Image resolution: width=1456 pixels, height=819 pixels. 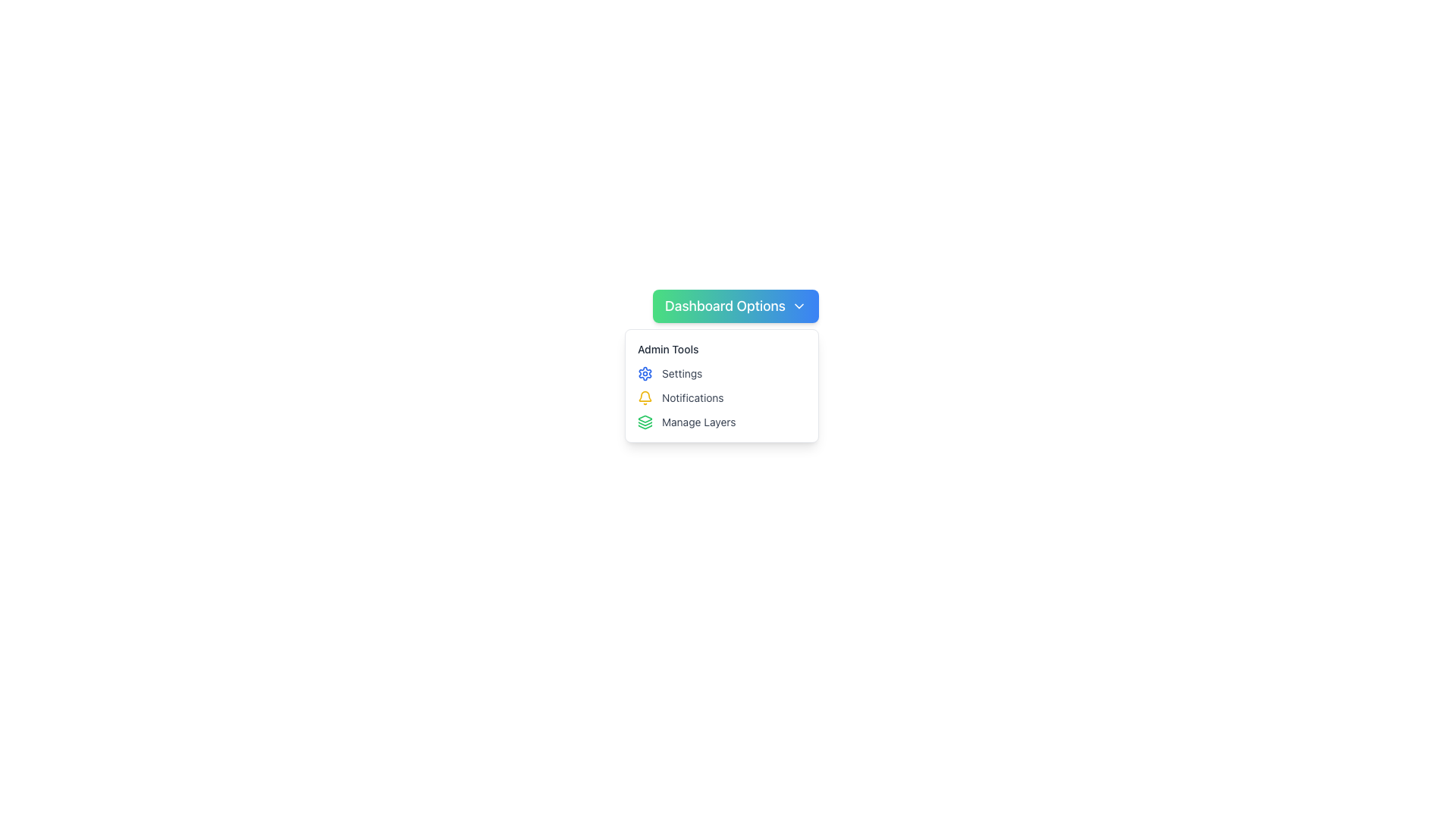 What do you see at coordinates (720, 397) in the screenshot?
I see `the 'Notifications' button, which features a yellow bell icon followed by the text 'Notifications'` at bounding box center [720, 397].